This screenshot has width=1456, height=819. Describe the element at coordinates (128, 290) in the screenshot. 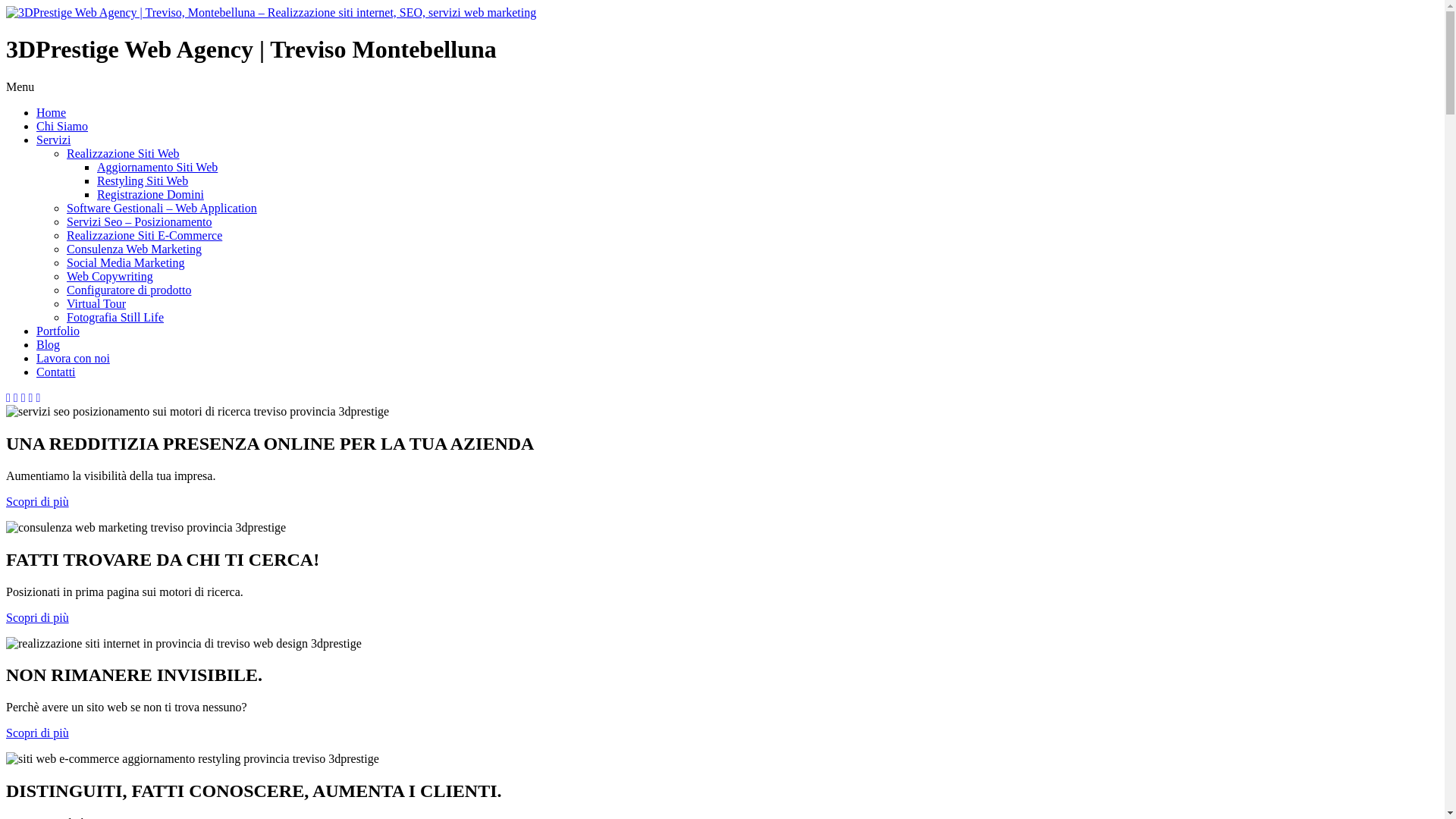

I see `'Configuratore di prodotto'` at that location.